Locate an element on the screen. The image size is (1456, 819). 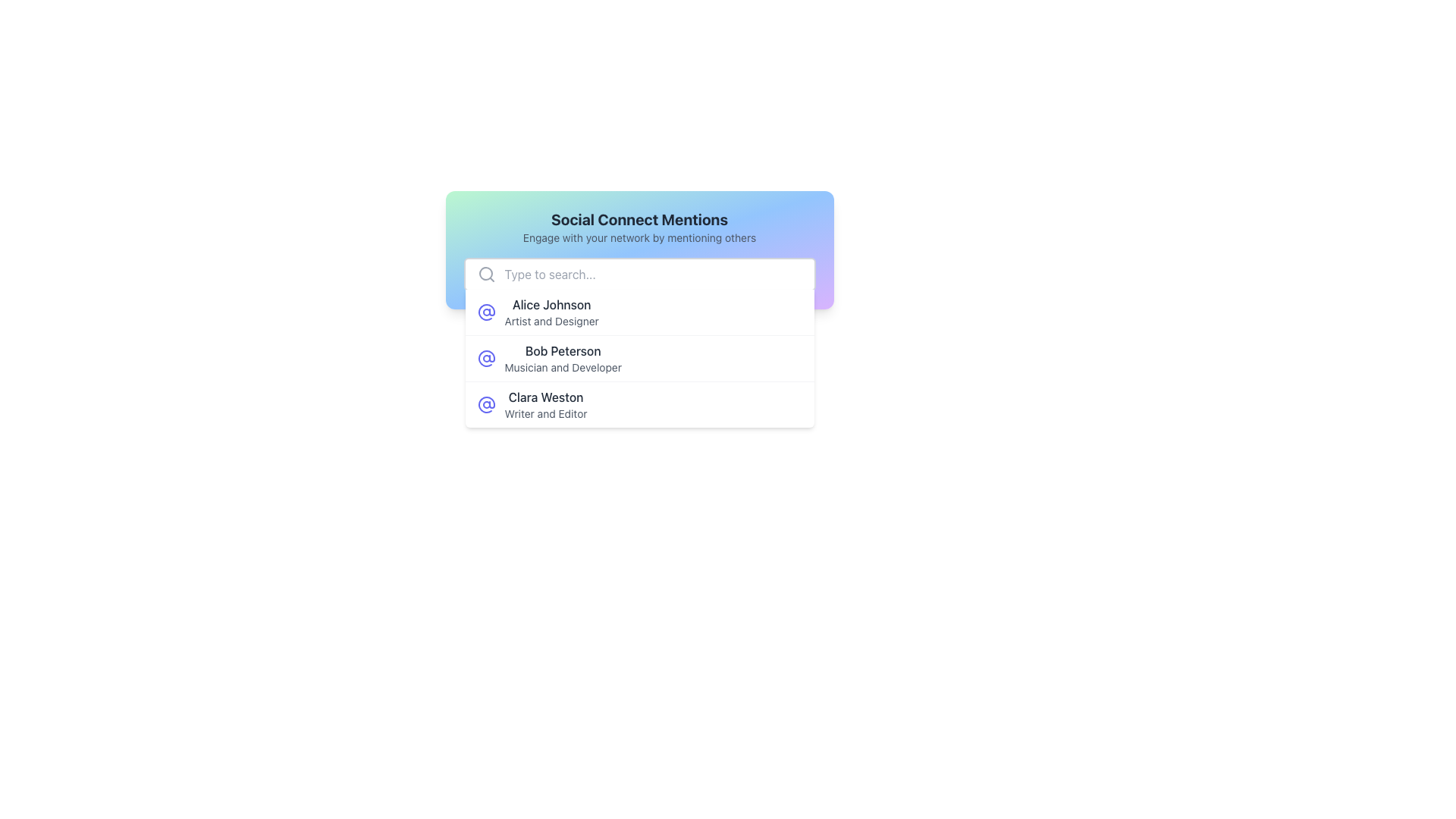
the text label displaying 'Clara Weston' that indicates her role as 'Writer and Editor' within the dropdown panel is located at coordinates (546, 403).